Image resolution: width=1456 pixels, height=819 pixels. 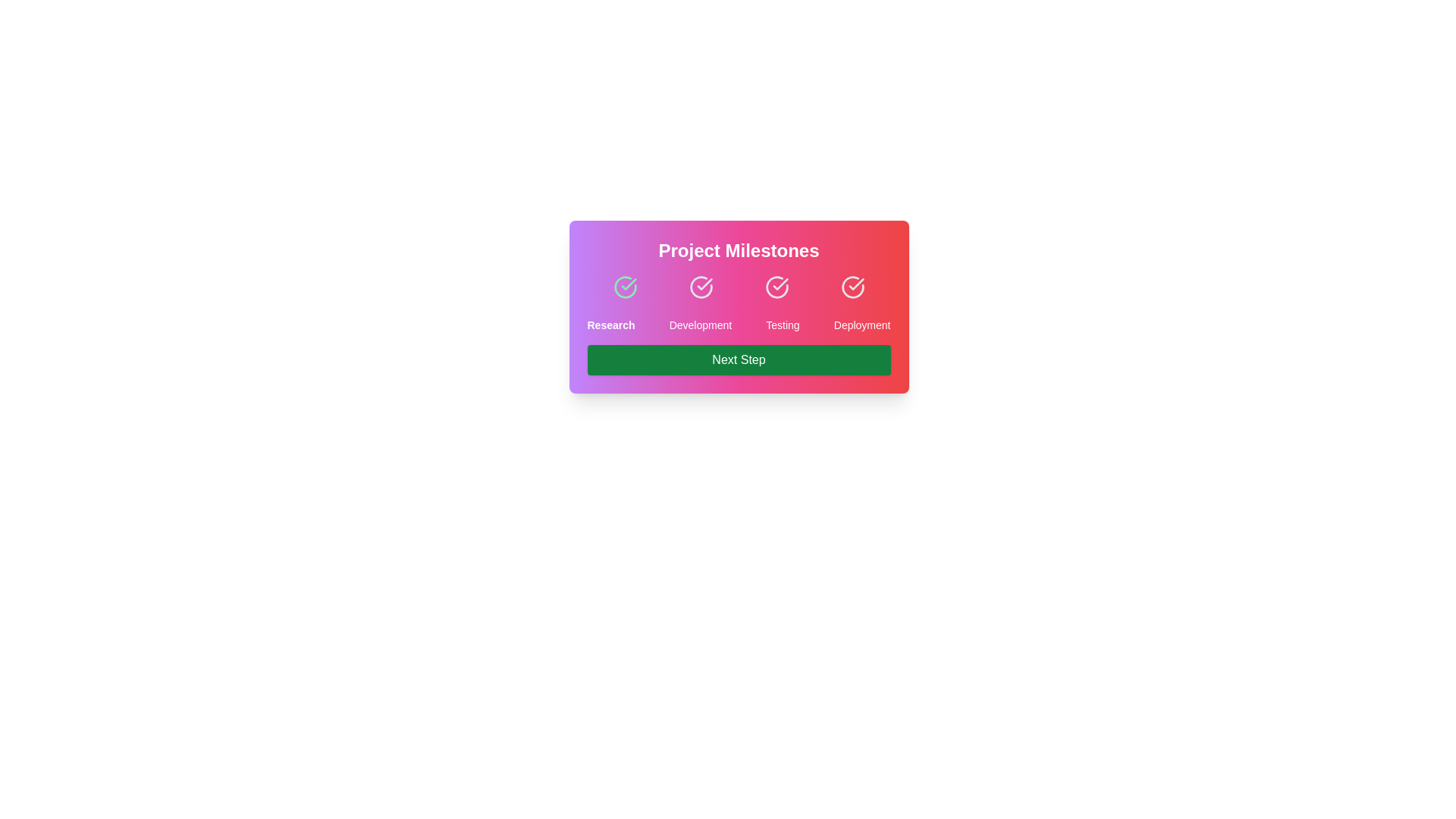 I want to click on the circular badge icon with a checkmark inside, styled in red, indicating the 'Deployment' milestone status, so click(x=852, y=287).